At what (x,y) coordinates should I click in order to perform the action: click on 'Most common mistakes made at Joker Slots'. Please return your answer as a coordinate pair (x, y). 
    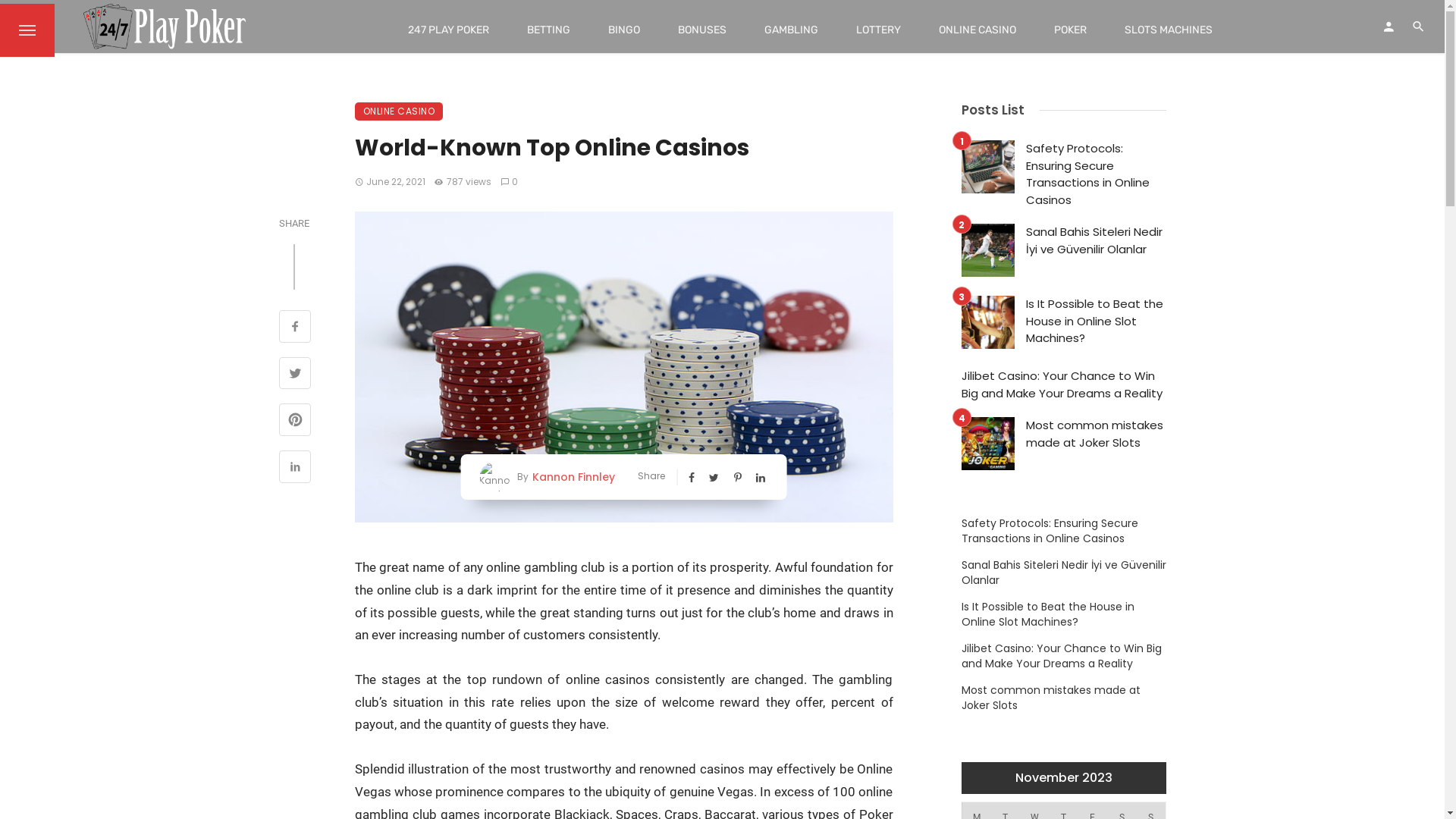
    Looking at the image, I should click on (1025, 434).